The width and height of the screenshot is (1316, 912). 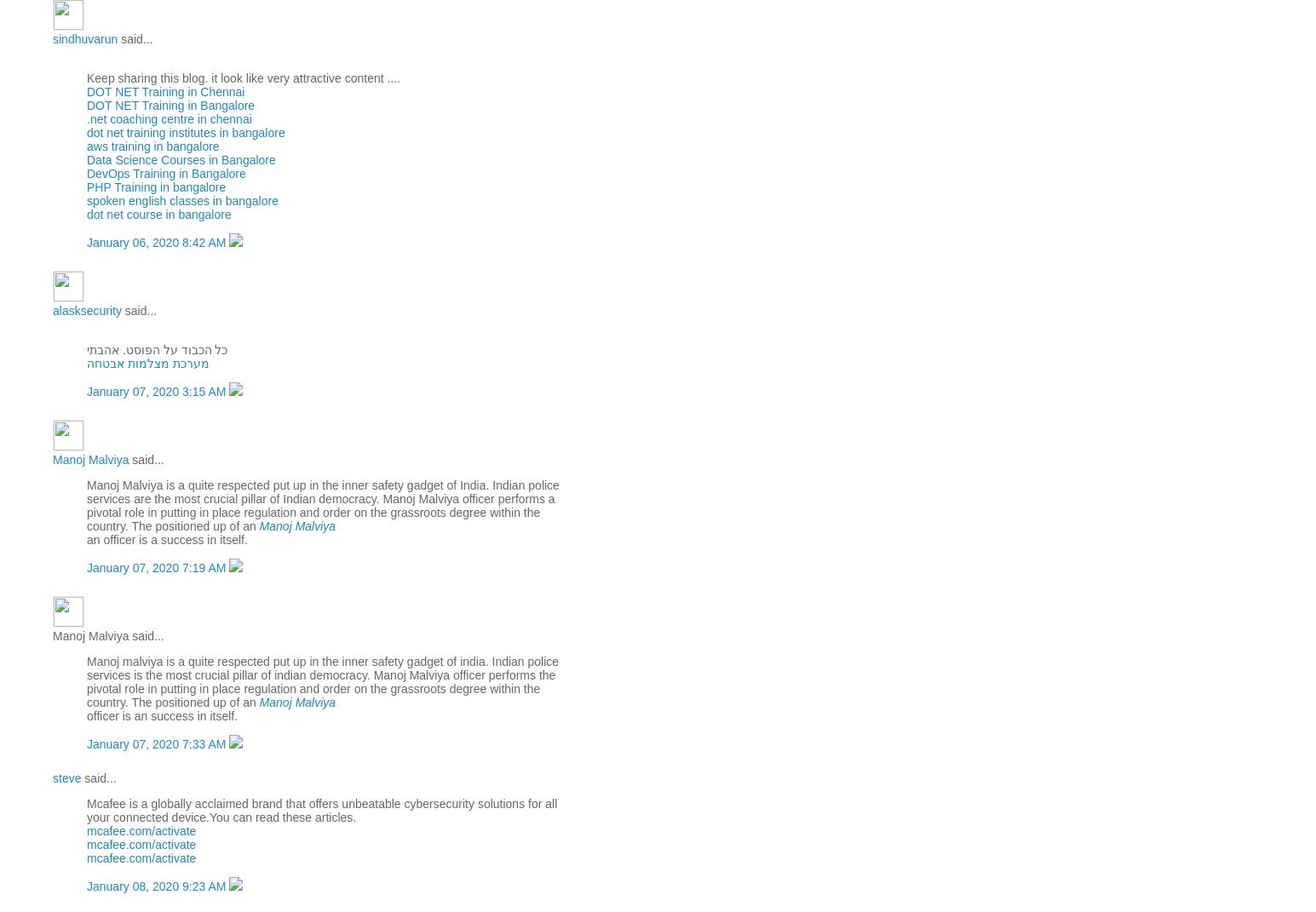 What do you see at coordinates (85, 118) in the screenshot?
I see `'.net coaching centre in chennai'` at bounding box center [85, 118].